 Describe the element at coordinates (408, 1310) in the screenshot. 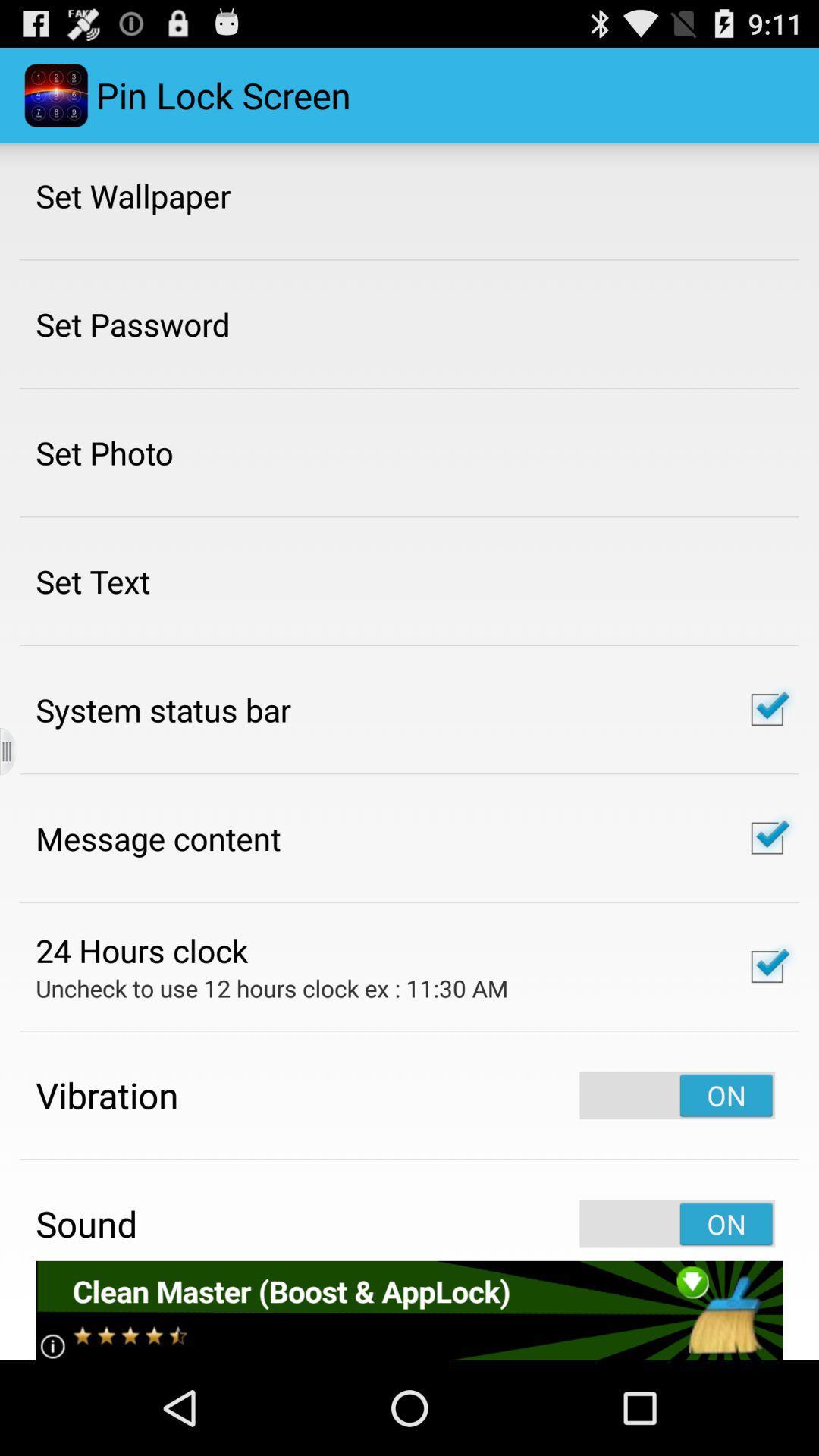

I see `install app` at that location.